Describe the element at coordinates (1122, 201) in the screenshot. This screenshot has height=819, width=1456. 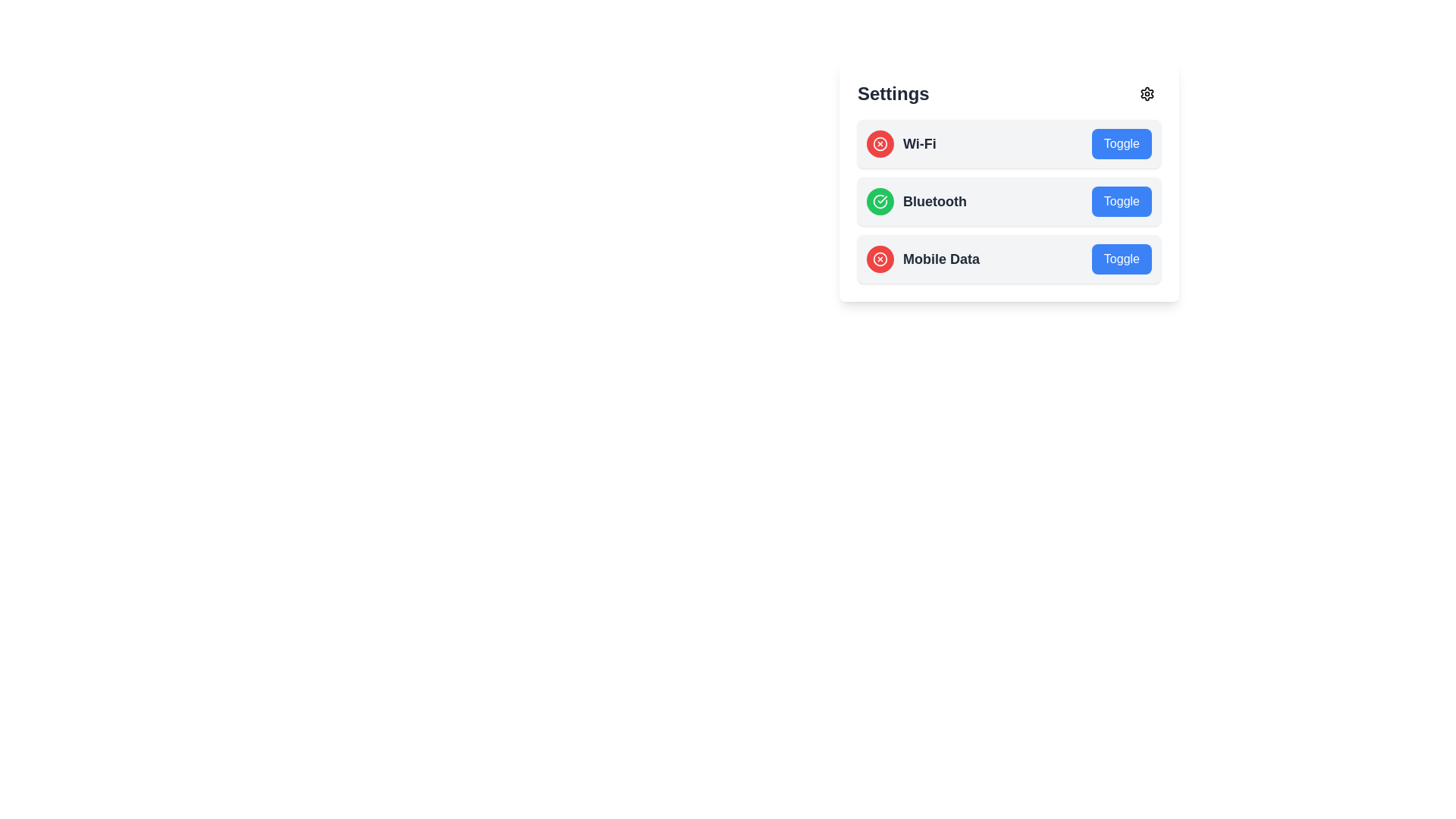
I see `toggle button for the item named Bluetooth` at that location.